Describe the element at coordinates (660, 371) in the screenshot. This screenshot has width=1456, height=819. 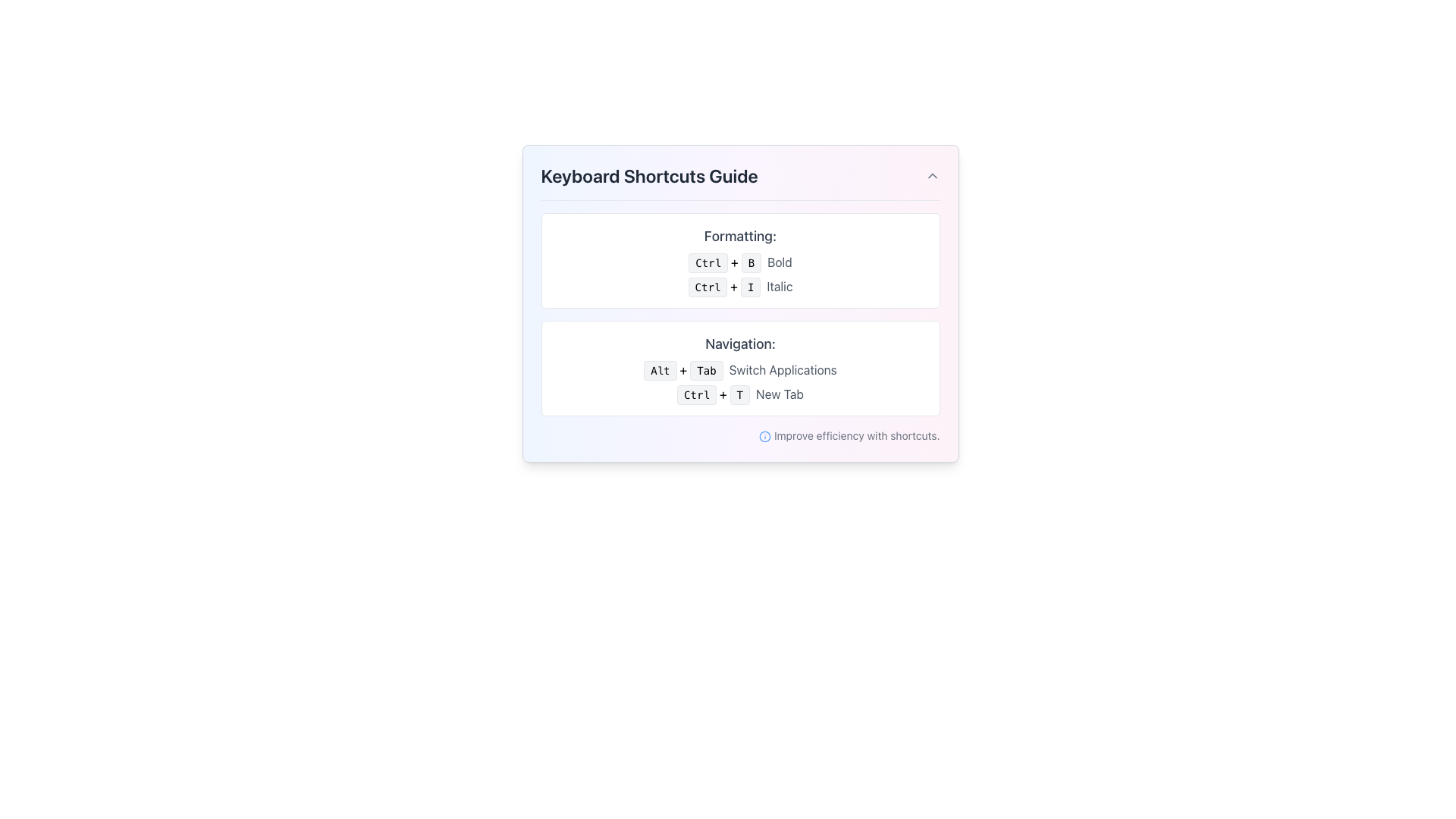
I see `the 'Alt' button-like label in the 'Navigation' section of the 'Keyboard Shortcuts Guide' panel, which has a light gray background and black border` at that location.